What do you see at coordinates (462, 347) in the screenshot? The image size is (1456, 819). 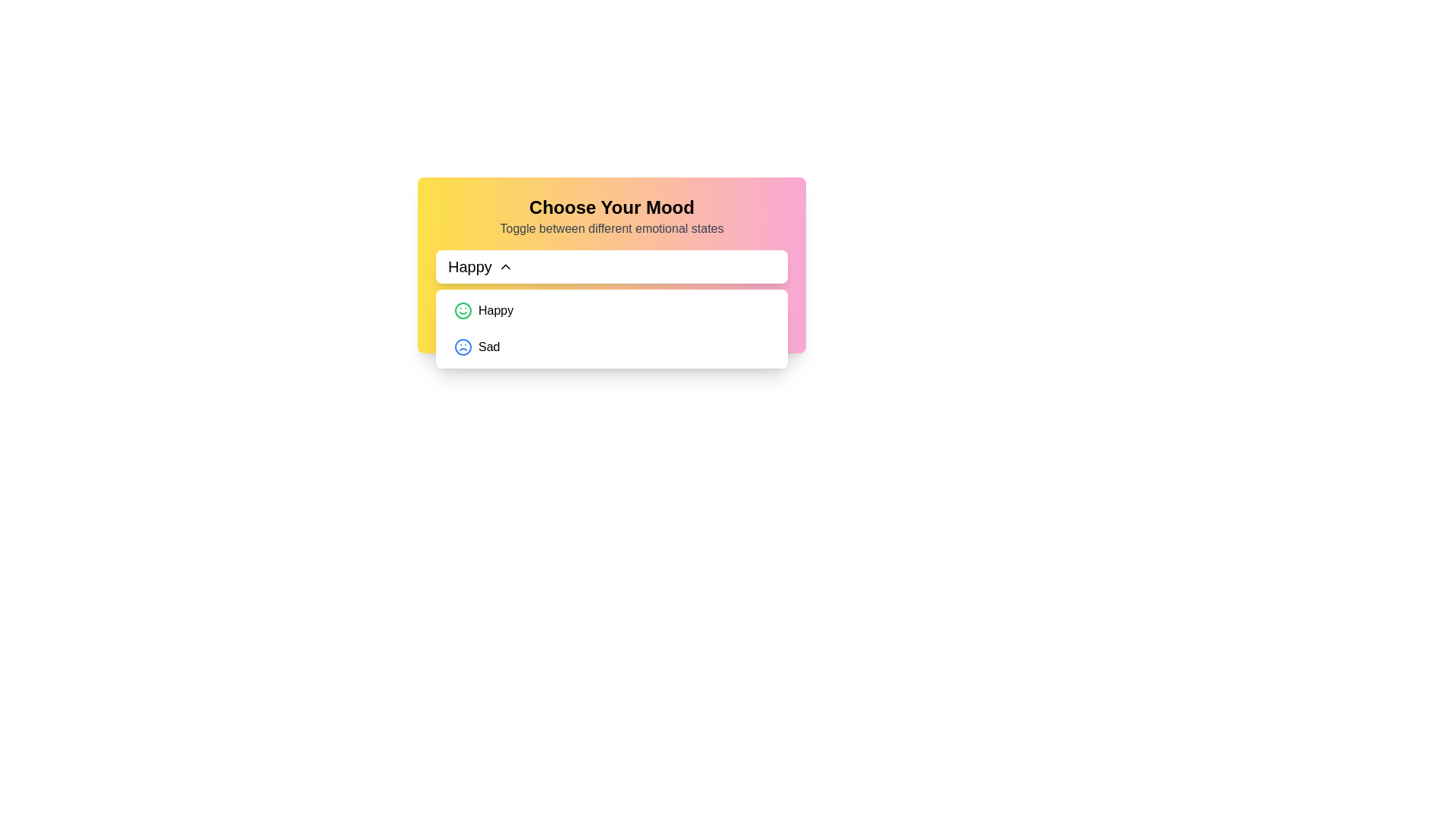 I see `the circular graphic element that represents the 'Sad' mood icon, which is centrally positioned below the 'Happy' mood icon in the interface` at bounding box center [462, 347].